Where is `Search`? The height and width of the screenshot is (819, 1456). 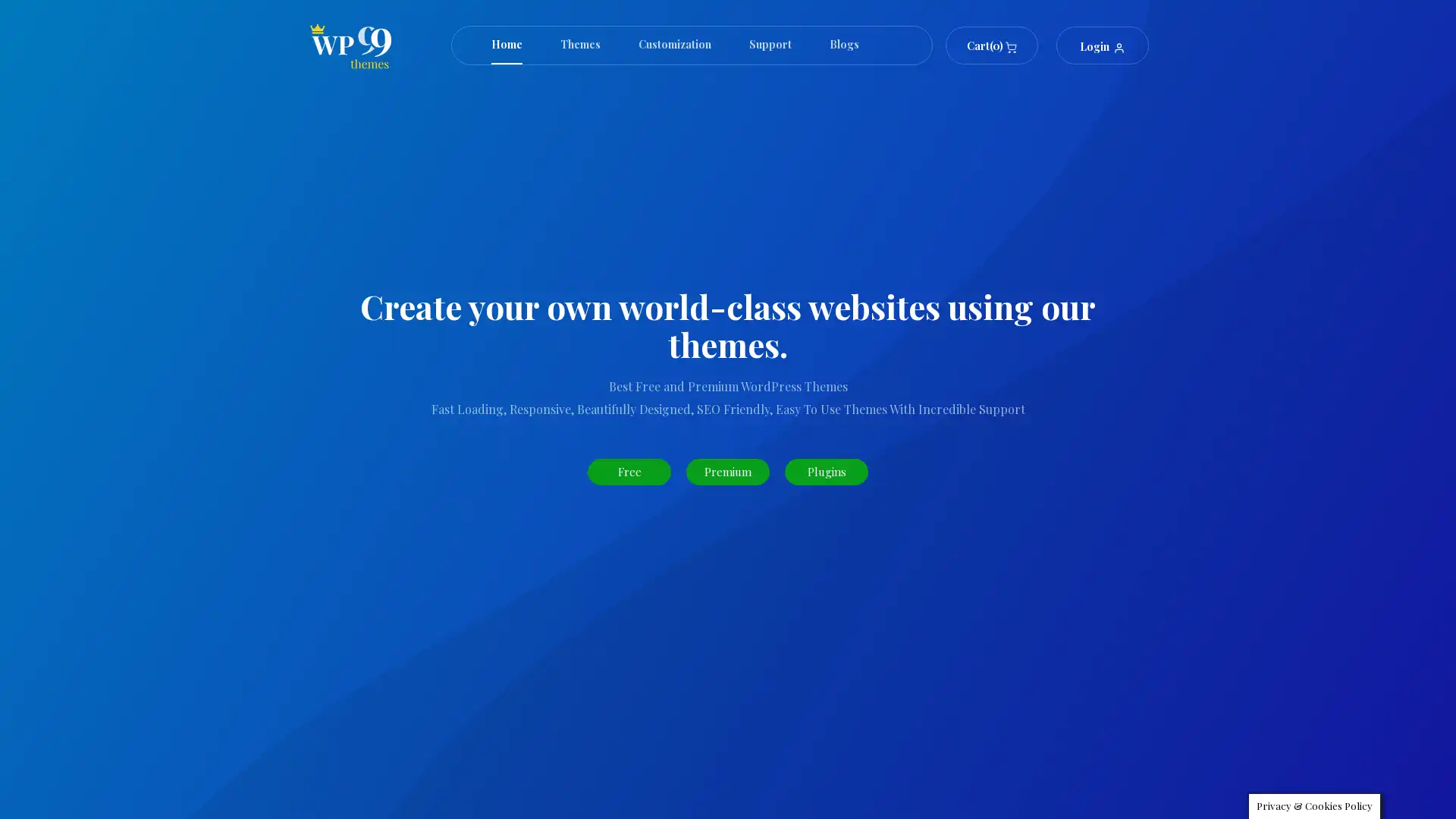 Search is located at coordinates (982, 535).